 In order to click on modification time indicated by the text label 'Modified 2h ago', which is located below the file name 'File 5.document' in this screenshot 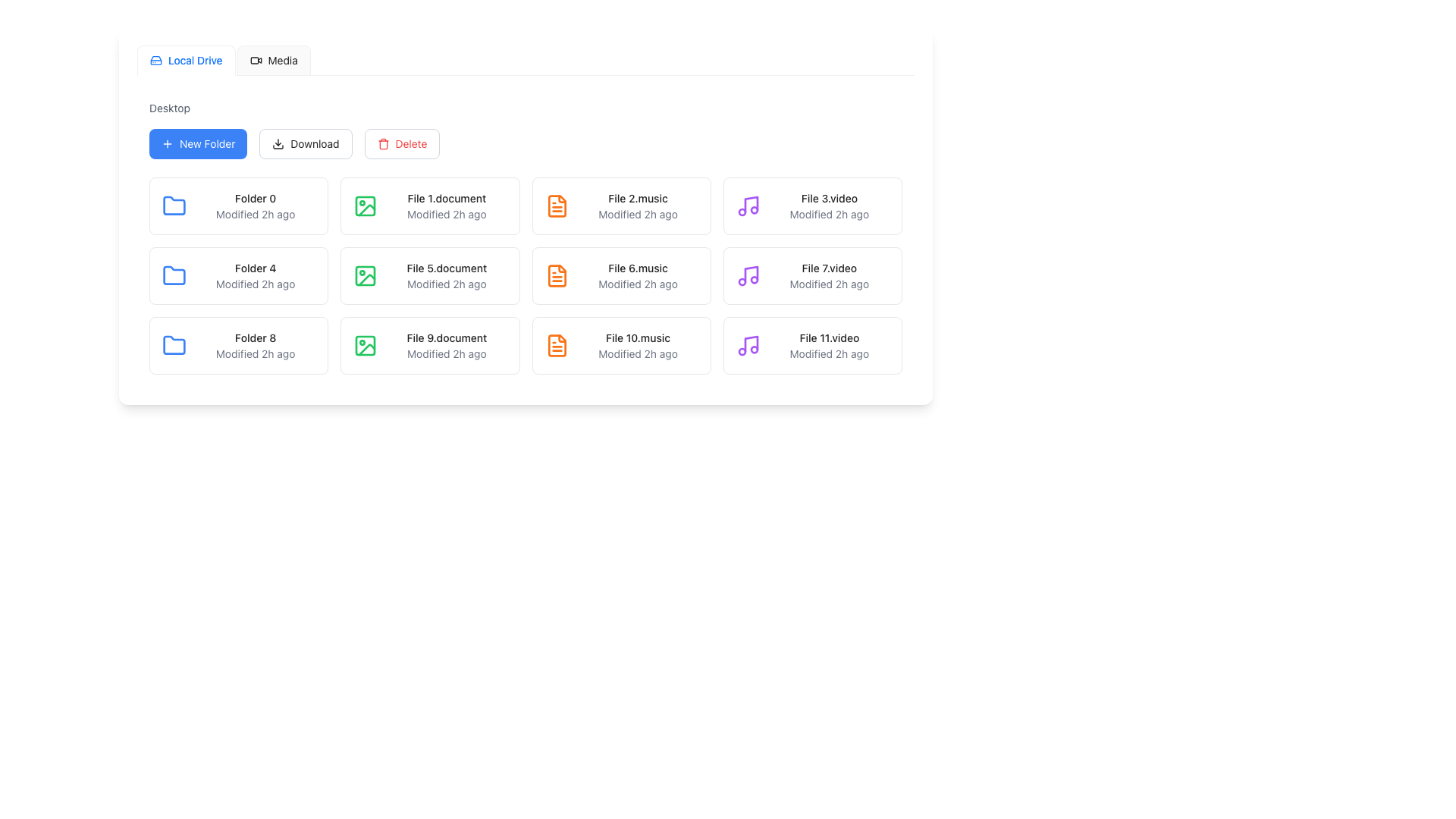, I will do `click(446, 284)`.